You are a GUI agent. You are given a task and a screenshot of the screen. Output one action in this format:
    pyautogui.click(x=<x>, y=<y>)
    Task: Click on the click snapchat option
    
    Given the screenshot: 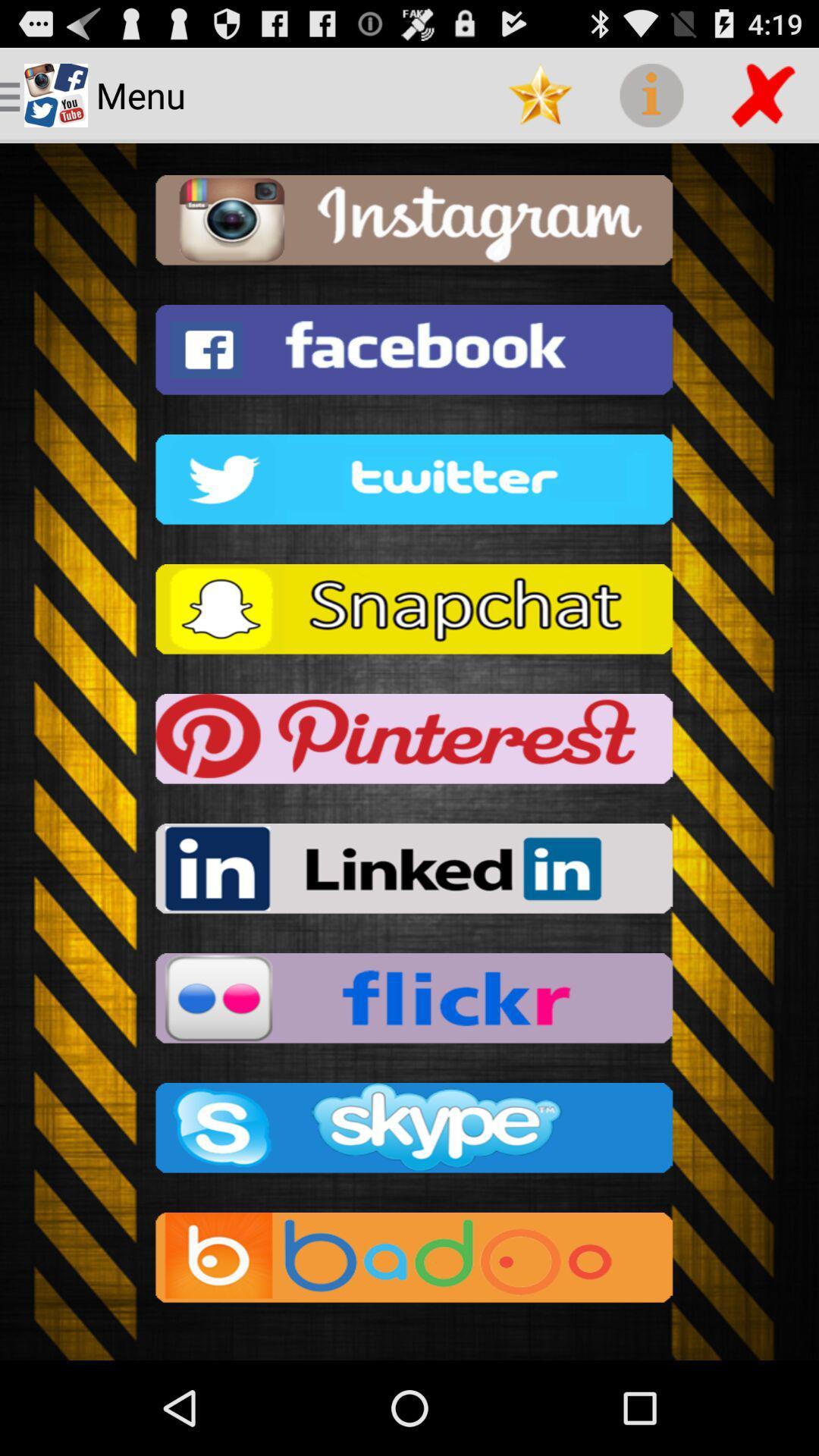 What is the action you would take?
    pyautogui.click(x=409, y=613)
    